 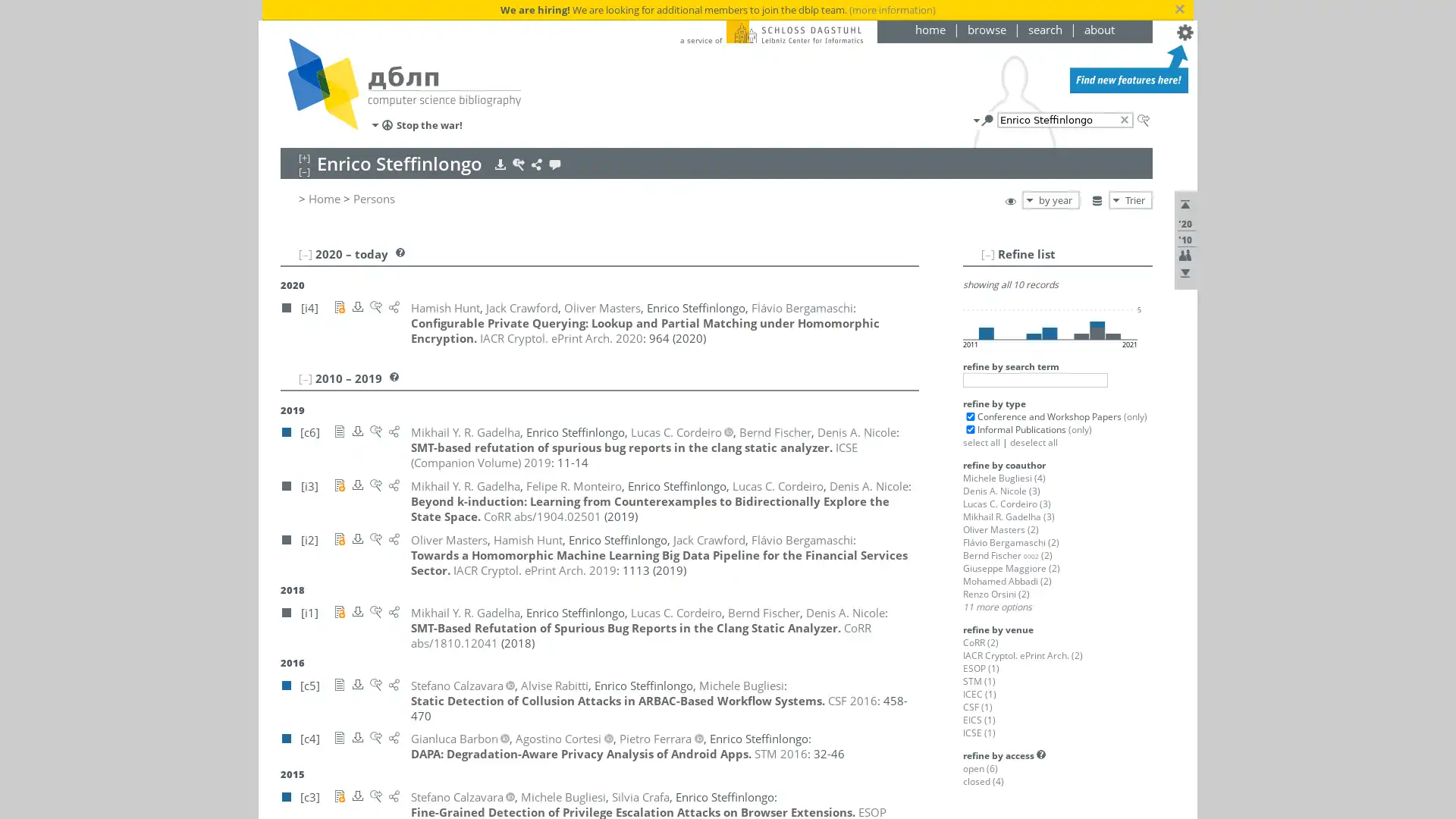 I want to click on open (6), so click(x=980, y=768).